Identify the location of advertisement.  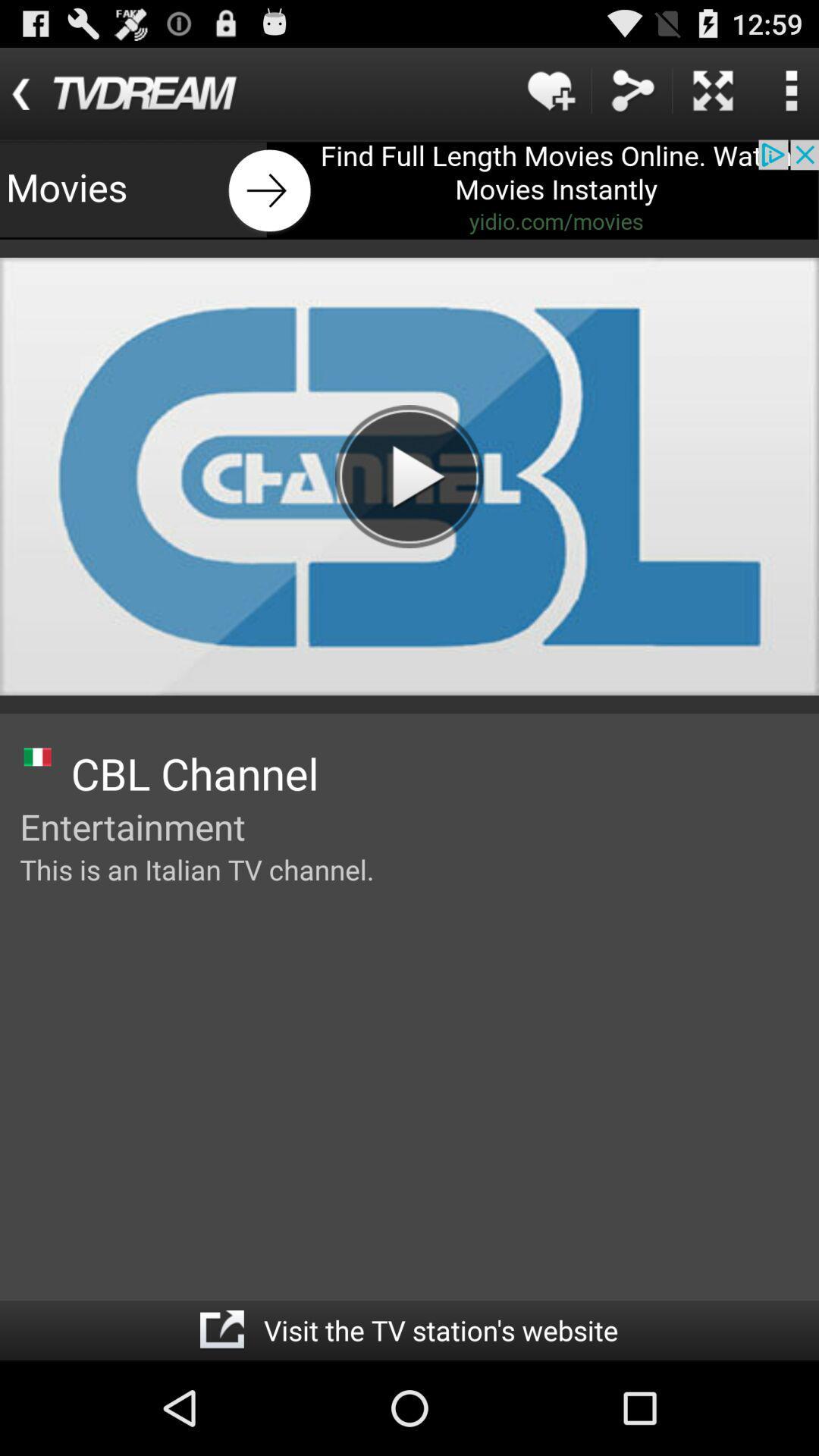
(409, 189).